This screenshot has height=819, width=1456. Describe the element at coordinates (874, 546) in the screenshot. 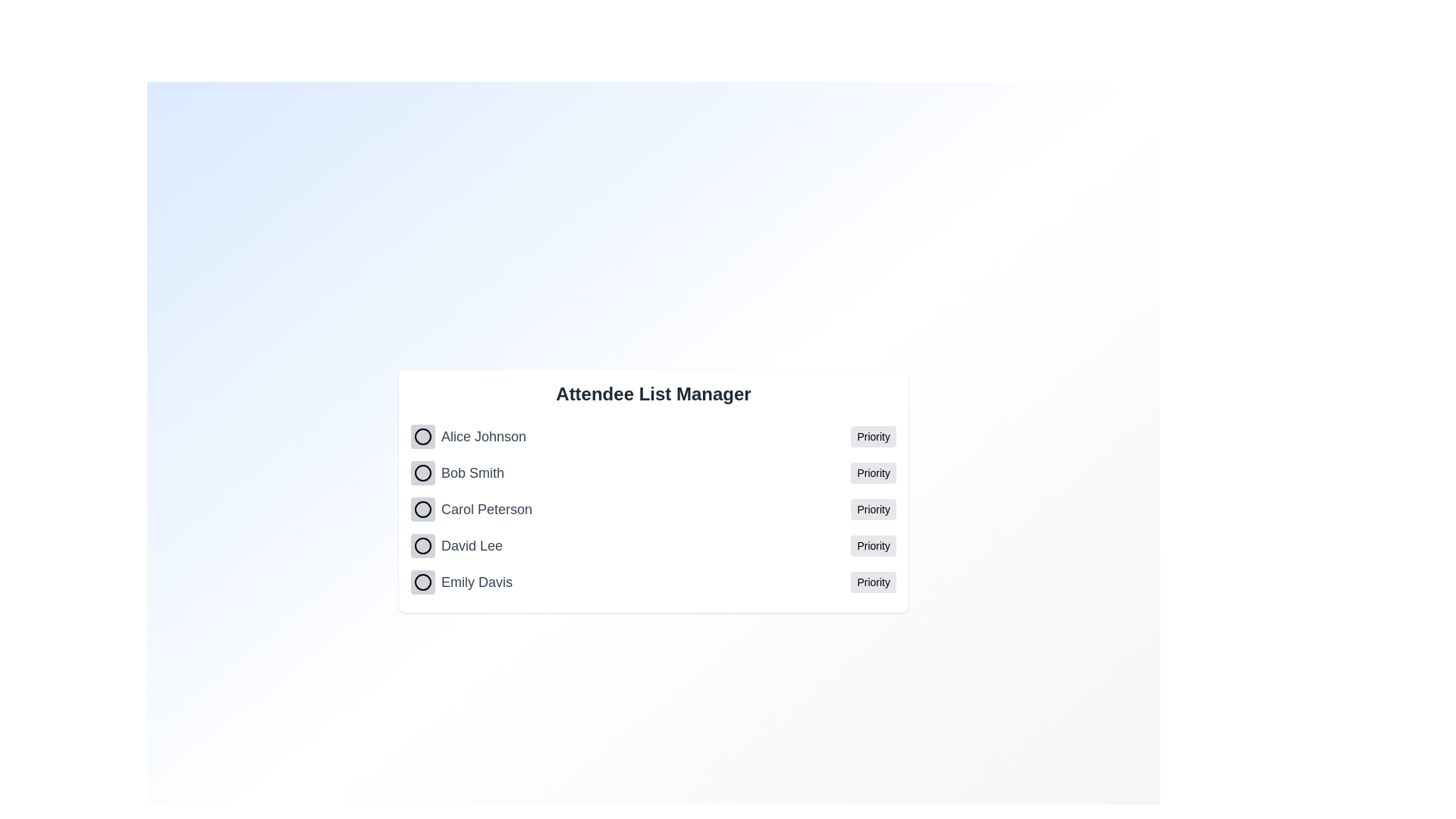

I see `the priority status for David Lee by clicking the 'Priority' button next to their name` at that location.